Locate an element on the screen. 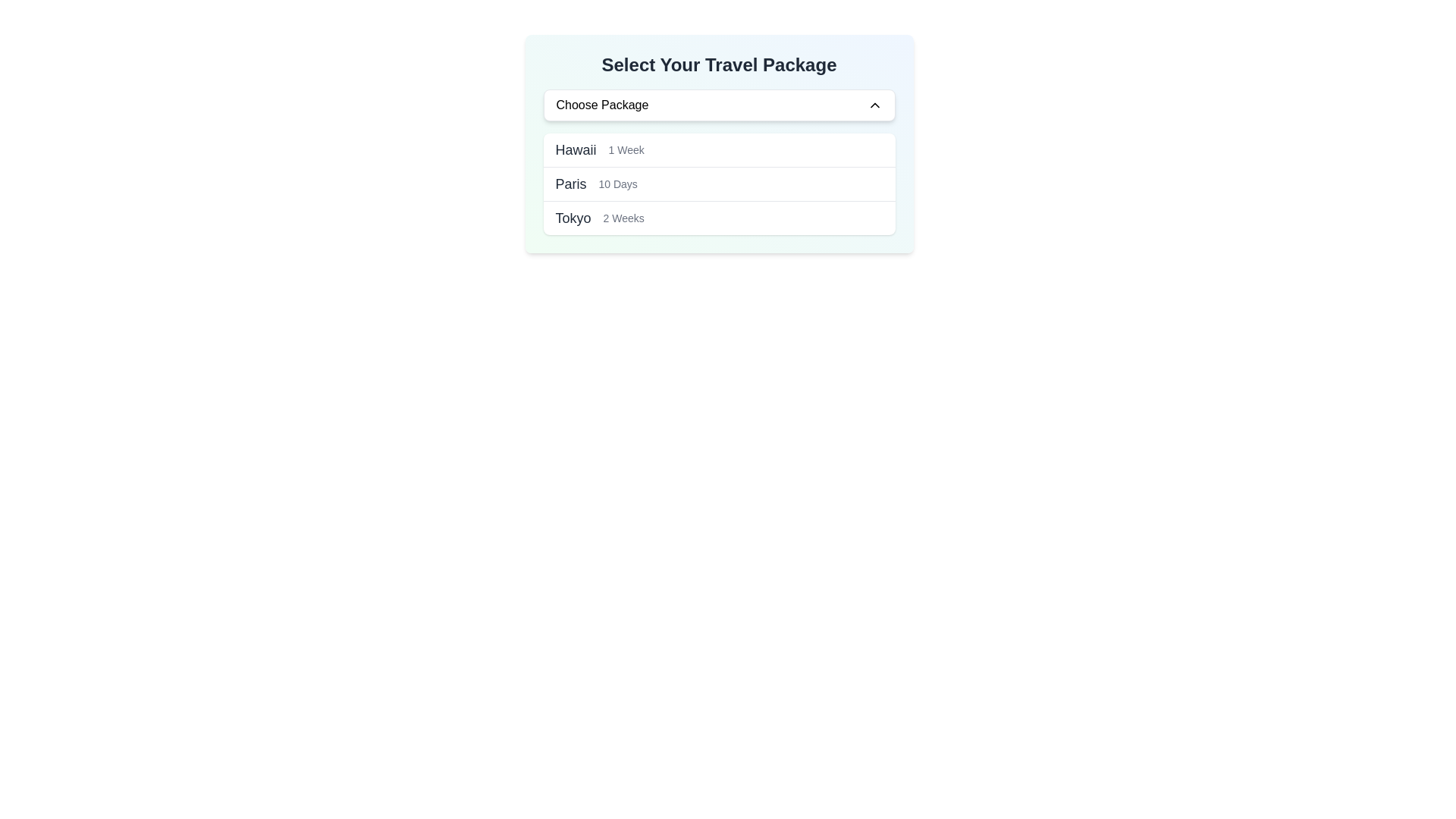 This screenshot has width=1456, height=819. the 'Choose Package' label, which displays the text in black on a white background, located near the center-left of the dropdown interface is located at coordinates (601, 104).